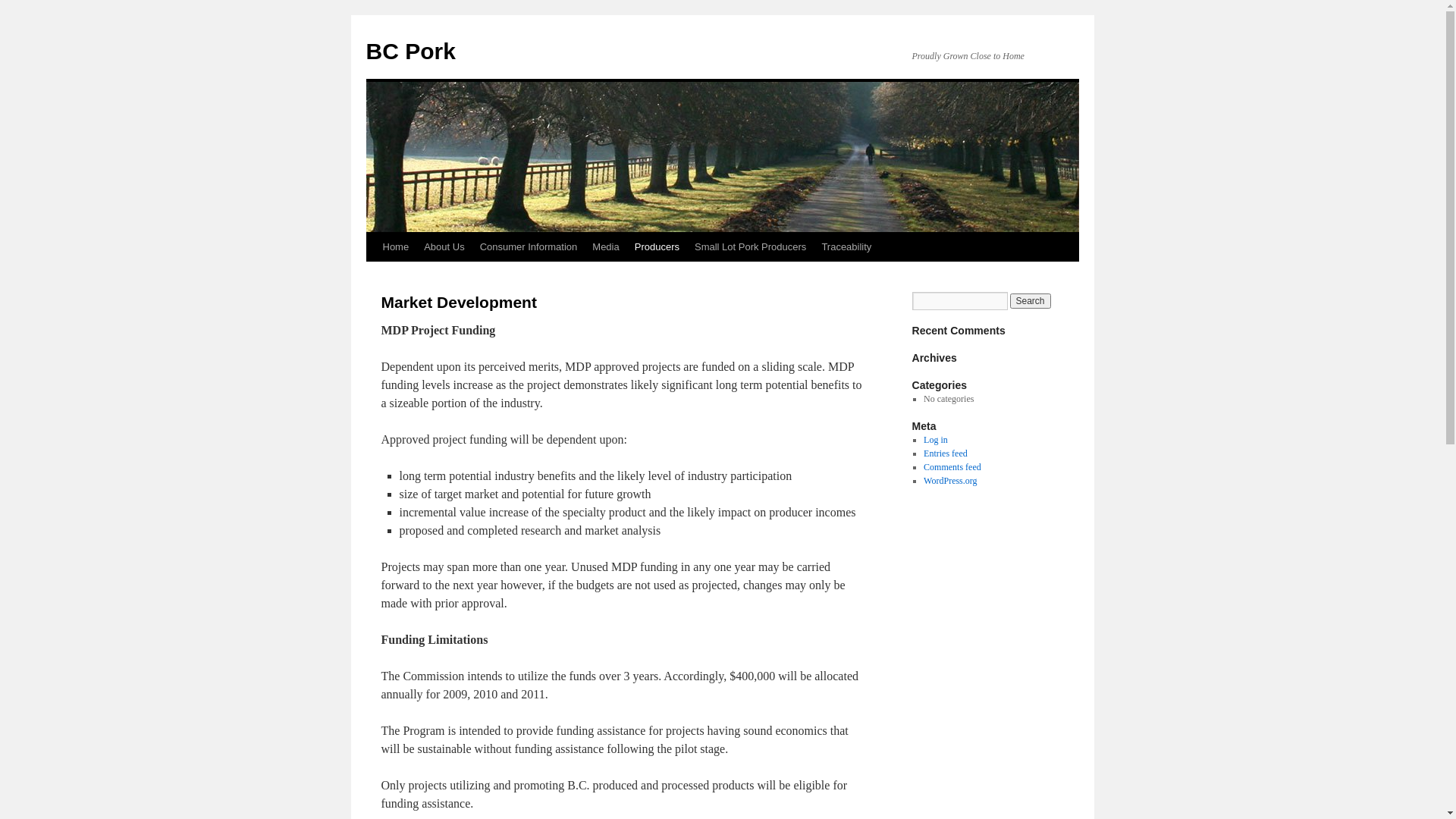 The width and height of the screenshot is (1456, 819). I want to click on 'Skip to content', so click(365, 275).